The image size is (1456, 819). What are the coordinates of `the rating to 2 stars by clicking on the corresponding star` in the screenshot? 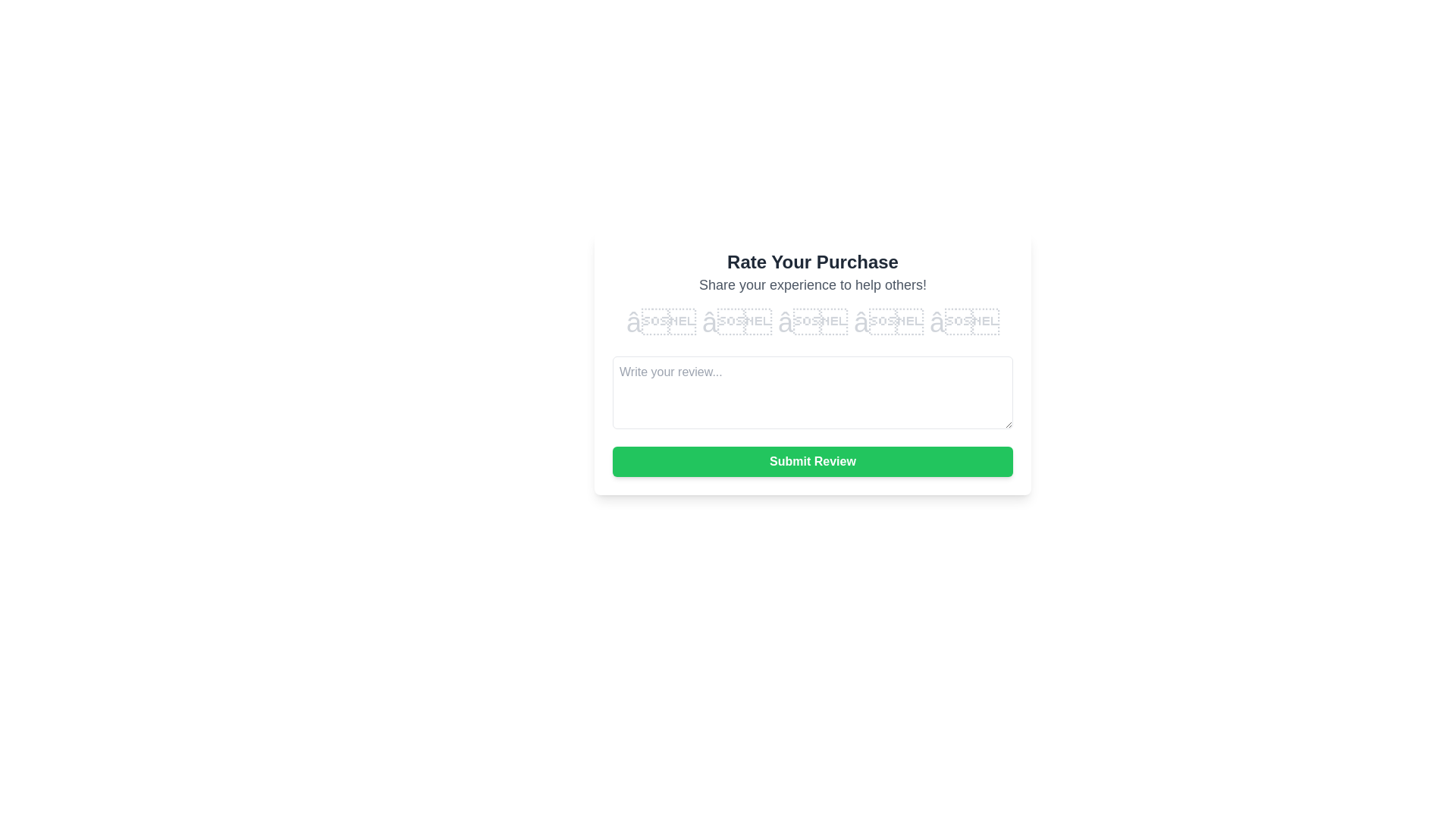 It's located at (736, 322).